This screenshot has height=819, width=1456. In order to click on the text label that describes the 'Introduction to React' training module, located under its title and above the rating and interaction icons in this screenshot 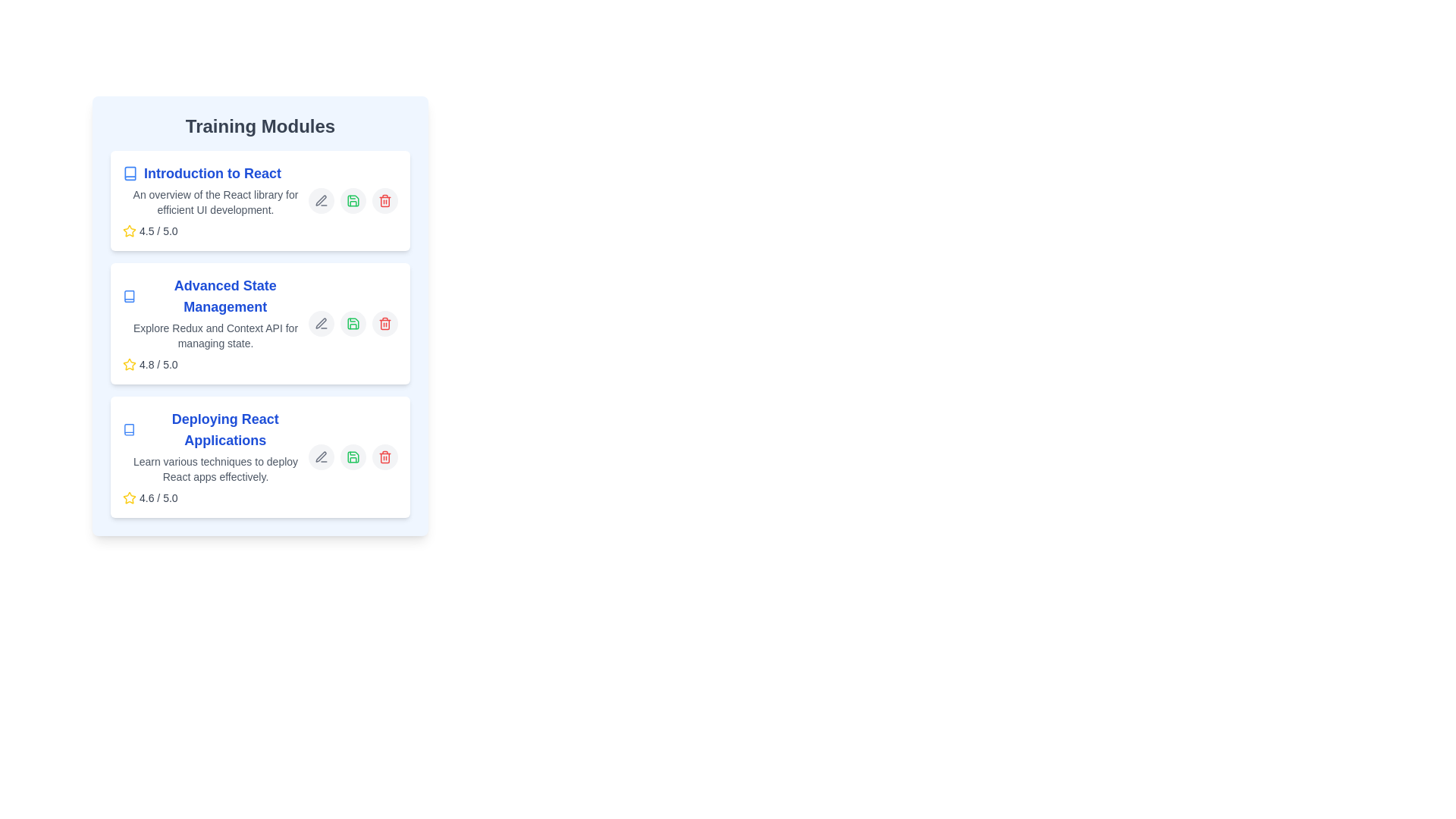, I will do `click(215, 201)`.